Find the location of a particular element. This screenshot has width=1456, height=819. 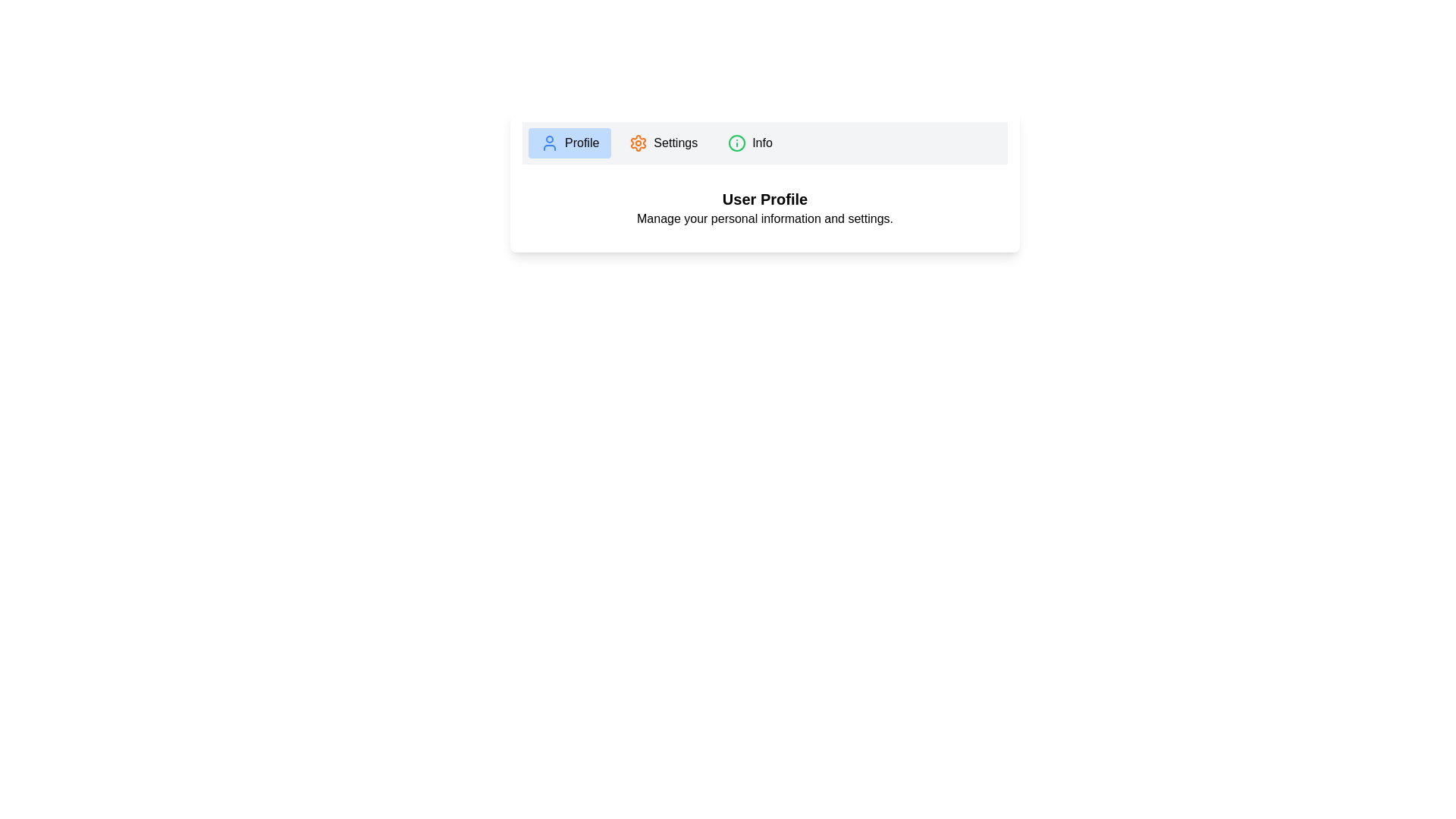

the tab 'Info' to view its content is located at coordinates (749, 143).